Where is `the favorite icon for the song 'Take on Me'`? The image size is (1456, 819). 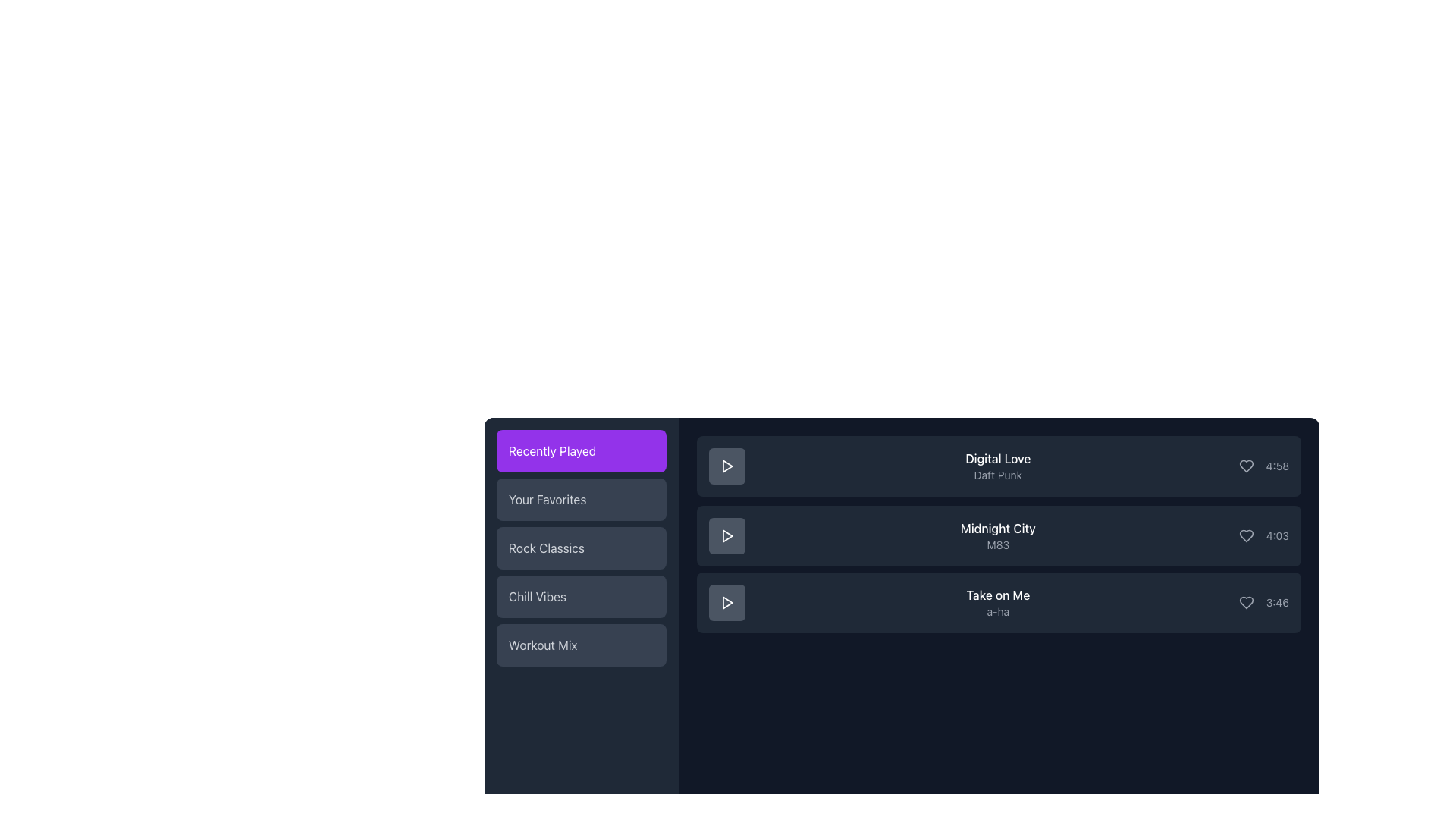 the favorite icon for the song 'Take on Me' is located at coordinates (1246, 601).